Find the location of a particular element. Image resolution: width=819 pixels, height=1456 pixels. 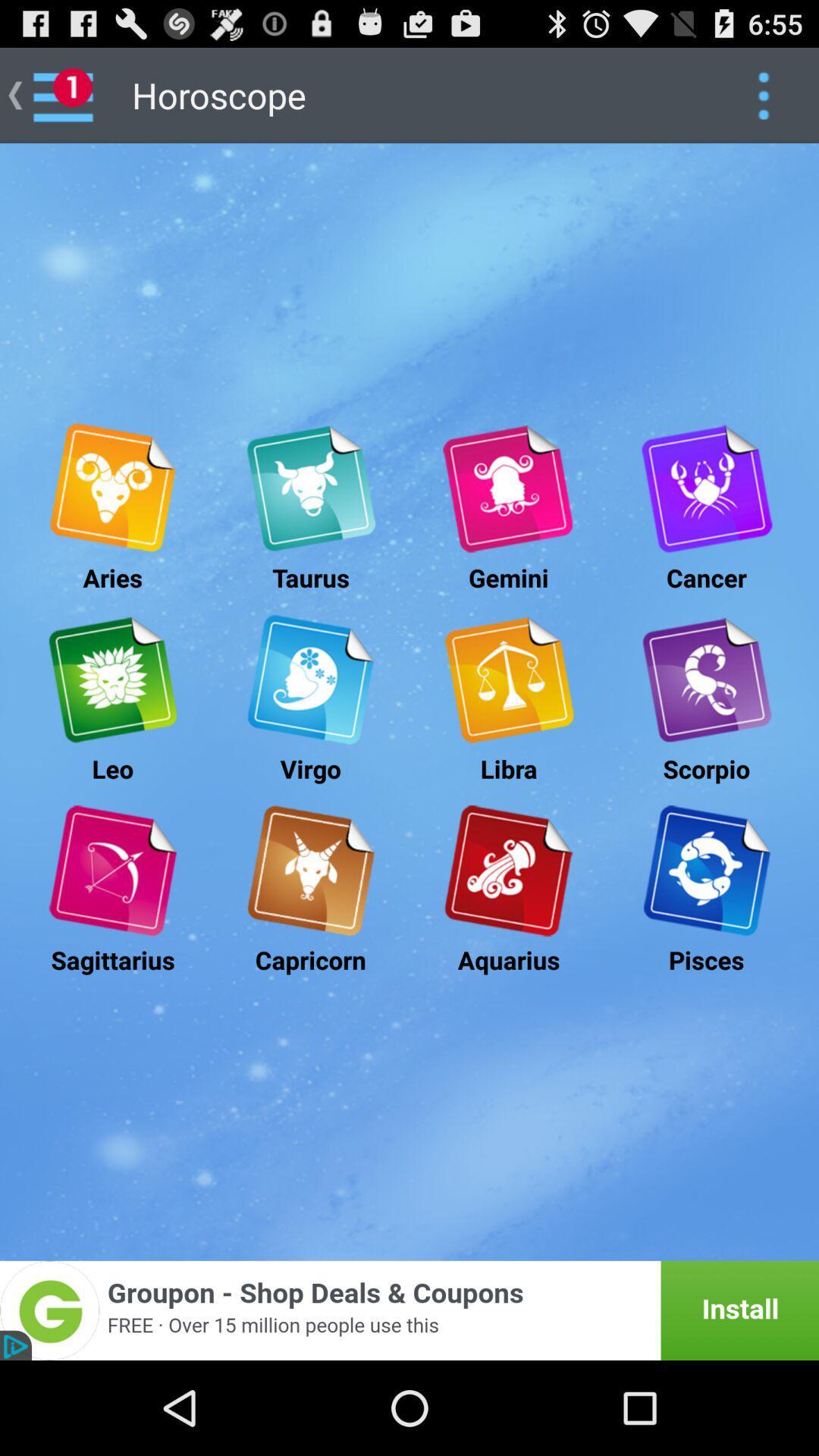

capricorn is located at coordinates (309, 871).